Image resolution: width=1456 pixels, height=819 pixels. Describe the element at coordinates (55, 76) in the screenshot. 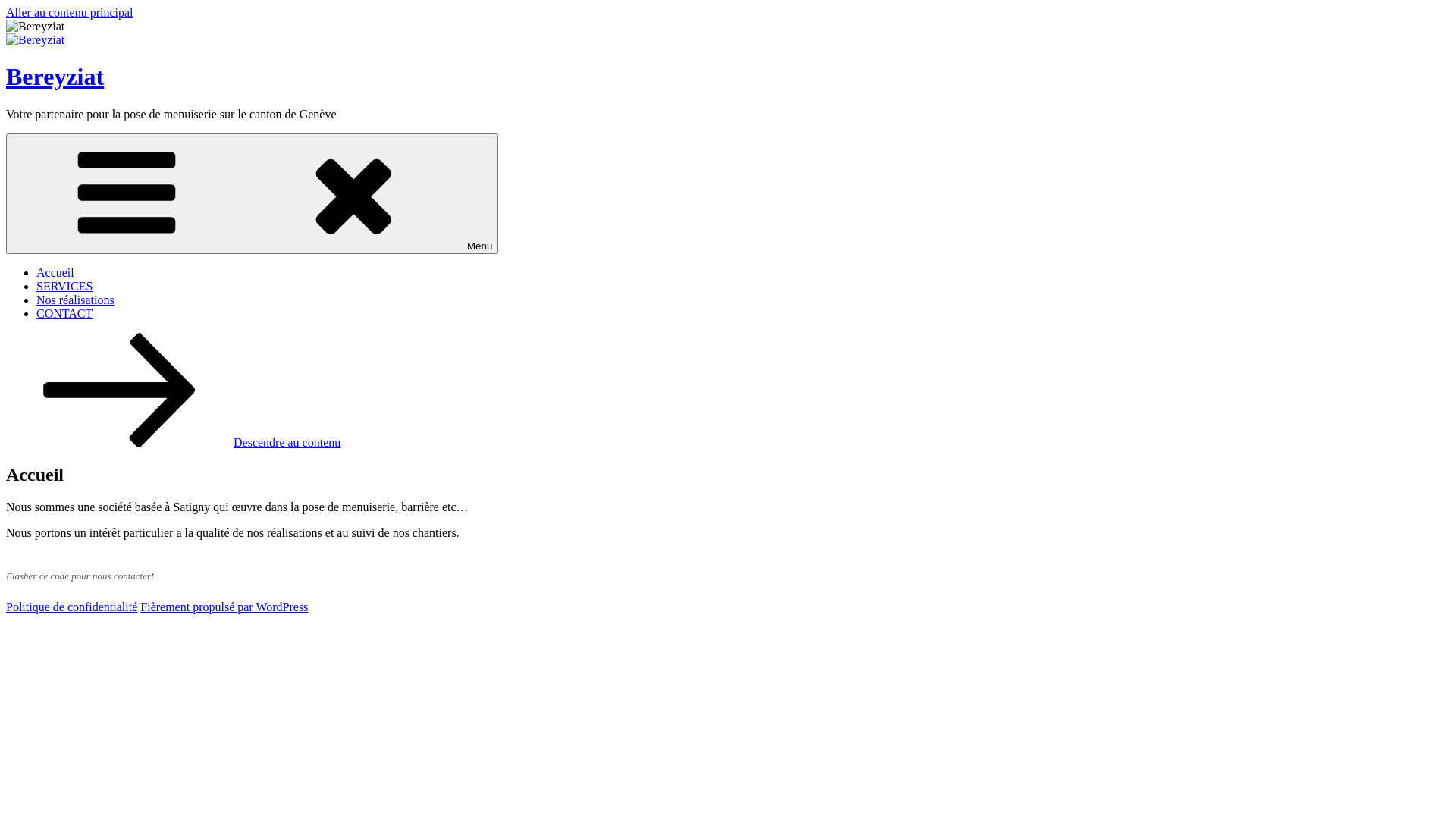

I see `'Bereyziat'` at that location.